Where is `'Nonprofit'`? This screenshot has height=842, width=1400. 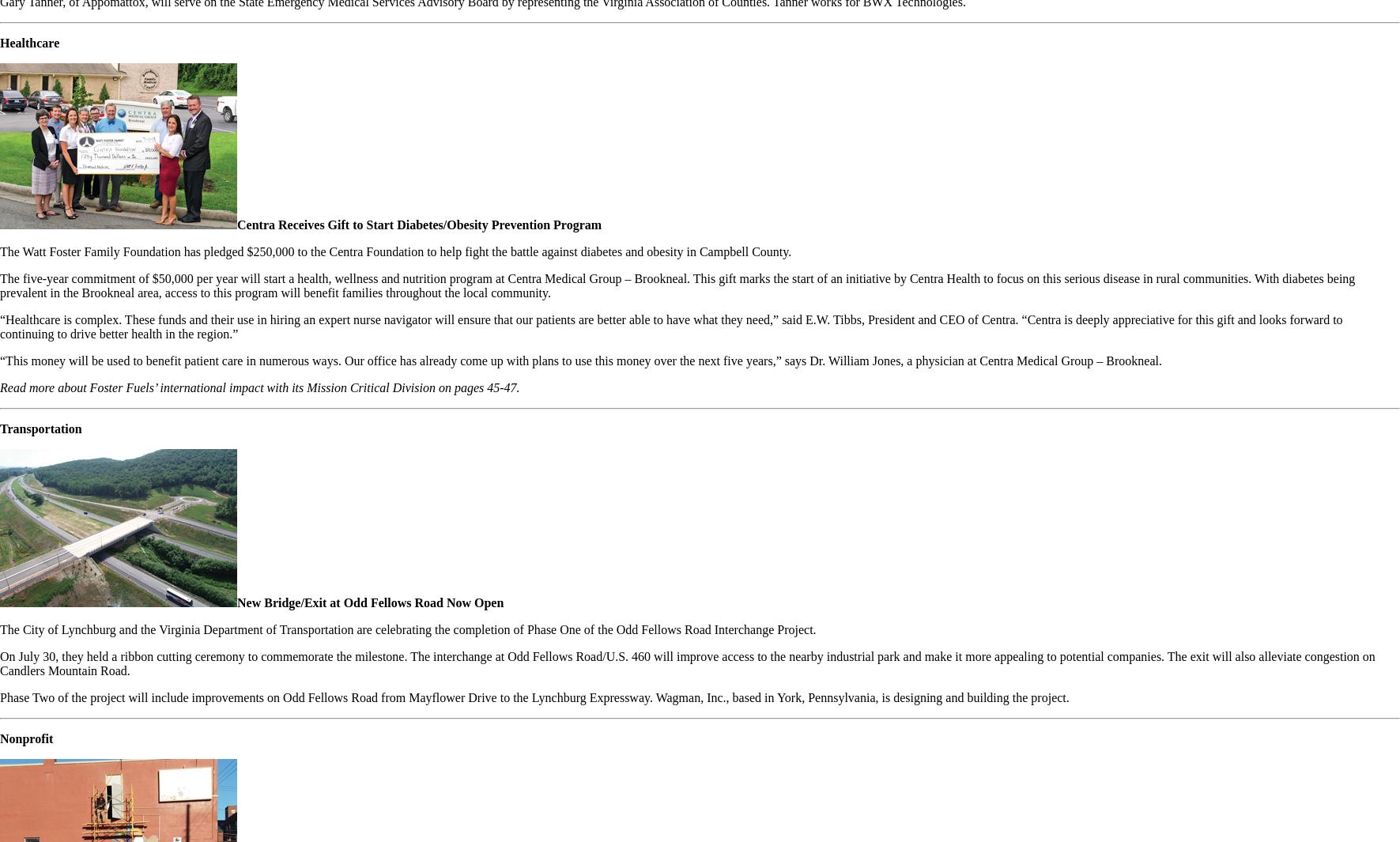 'Nonprofit' is located at coordinates (25, 738).